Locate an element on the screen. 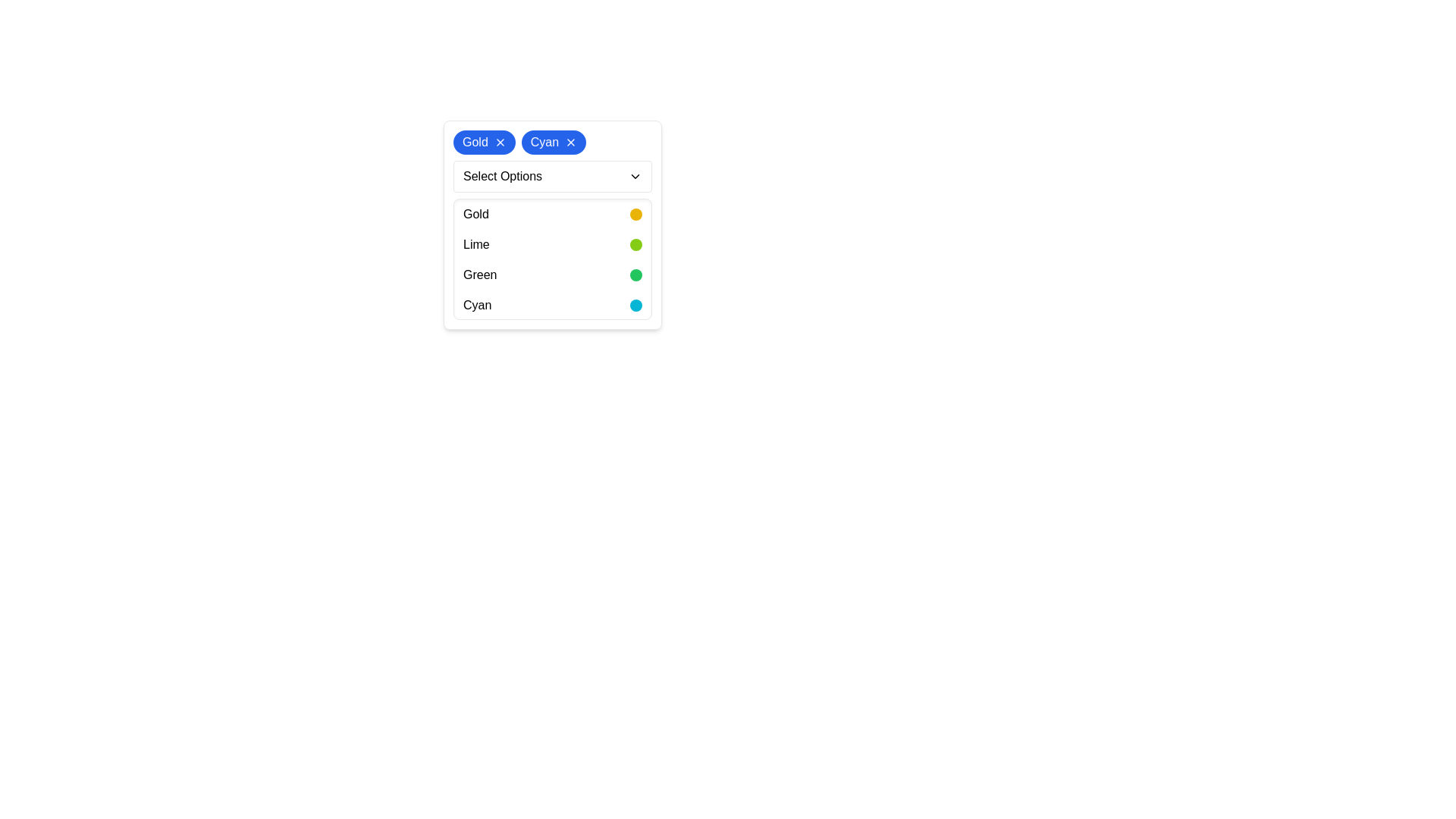 The image size is (1456, 819). the small circular green color indicator located to the right of the label 'Green' in the dropdown interface is located at coordinates (636, 275).